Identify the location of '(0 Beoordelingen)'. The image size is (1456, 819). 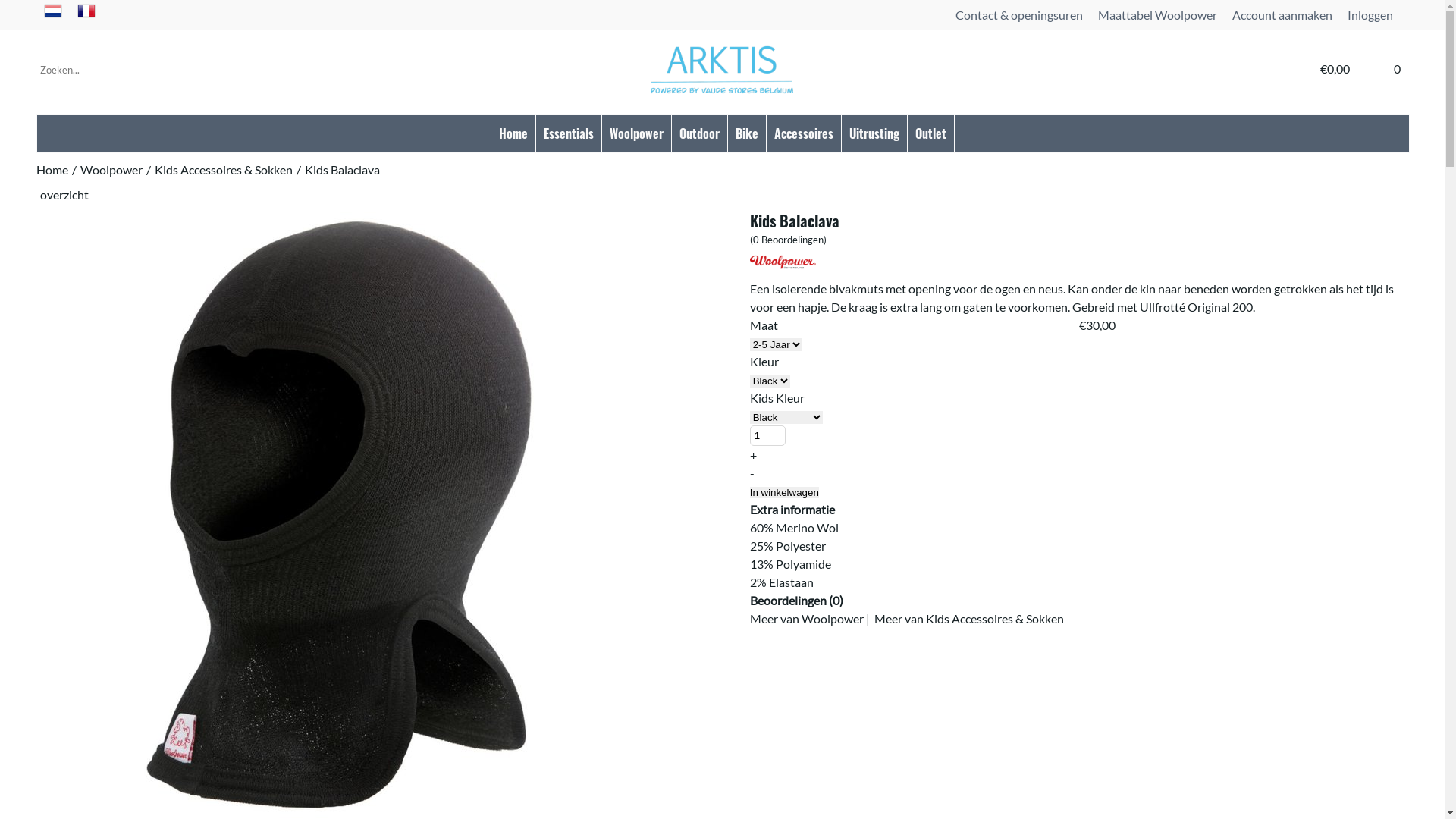
(788, 238).